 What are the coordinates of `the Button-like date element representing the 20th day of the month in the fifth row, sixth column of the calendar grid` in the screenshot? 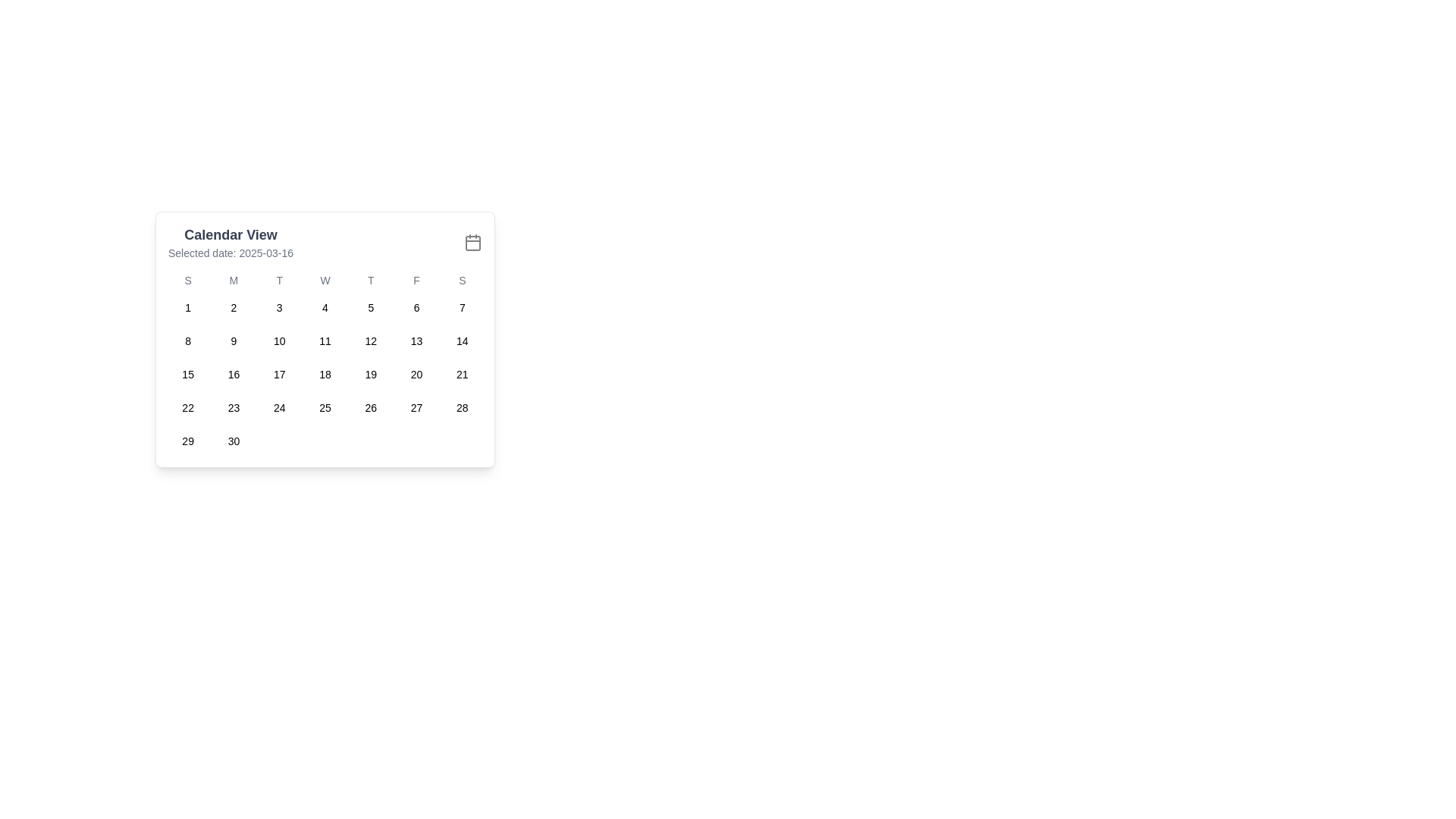 It's located at (416, 374).